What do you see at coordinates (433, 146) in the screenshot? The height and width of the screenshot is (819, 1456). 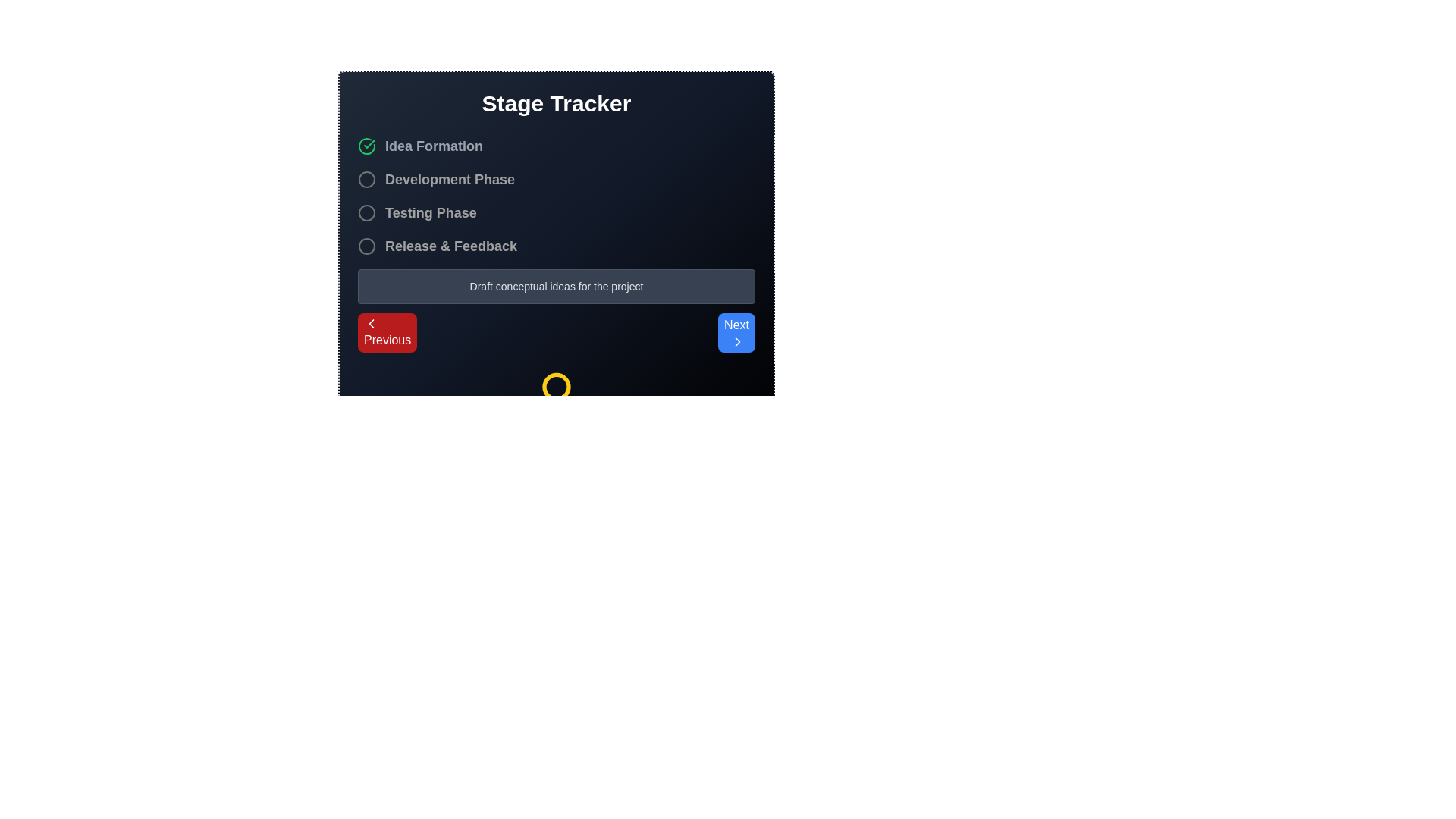 I see `the non-interactive text label indicating the current phase in the 'Stage Tracker' section, which is the first item in the vertical stack` at bounding box center [433, 146].